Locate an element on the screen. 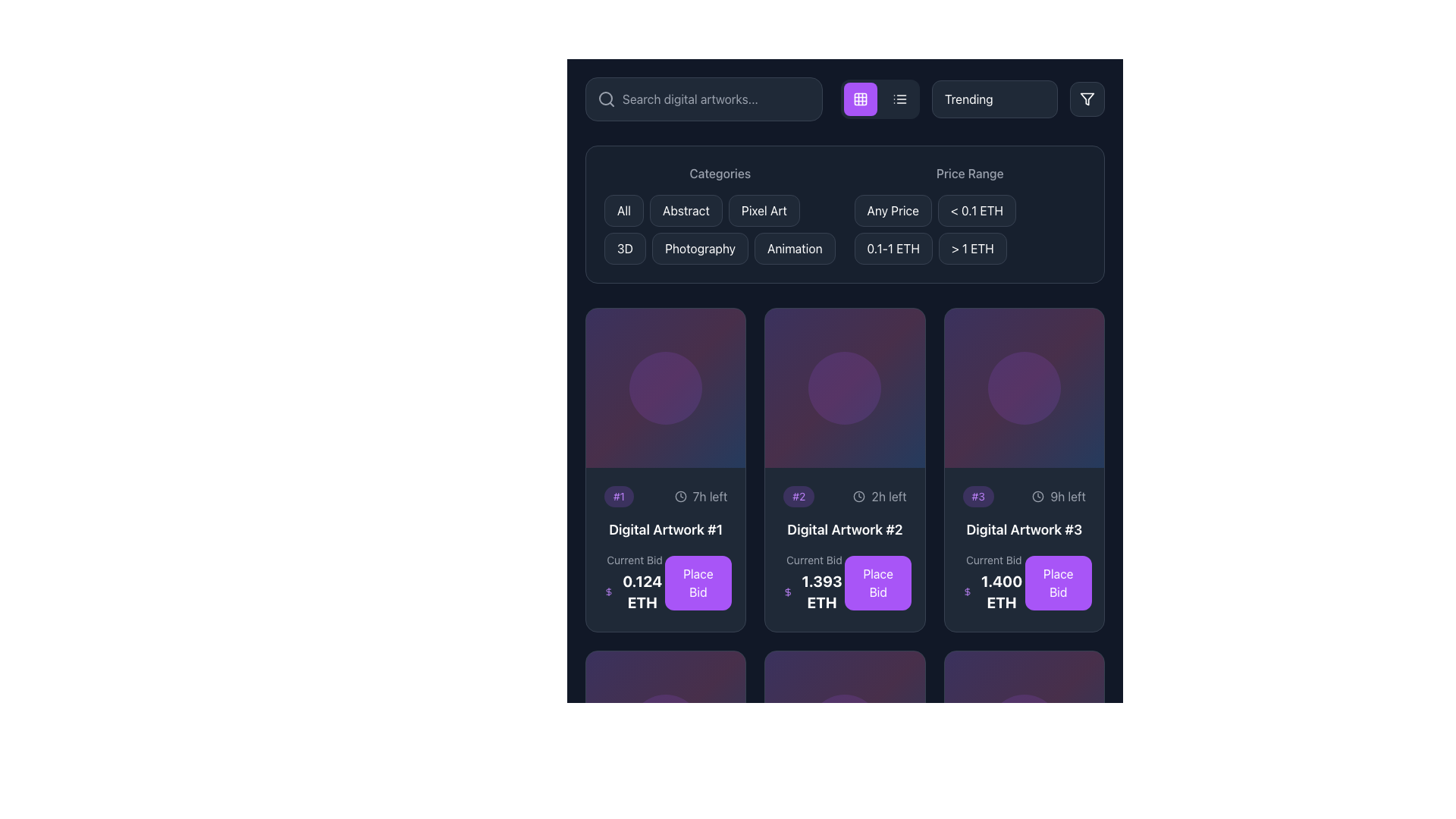  the decorative vector graphic of the filter icon located in the upper-right corner of the interface's header section, adjacent to the 'Trending' button is located at coordinates (1087, 99).